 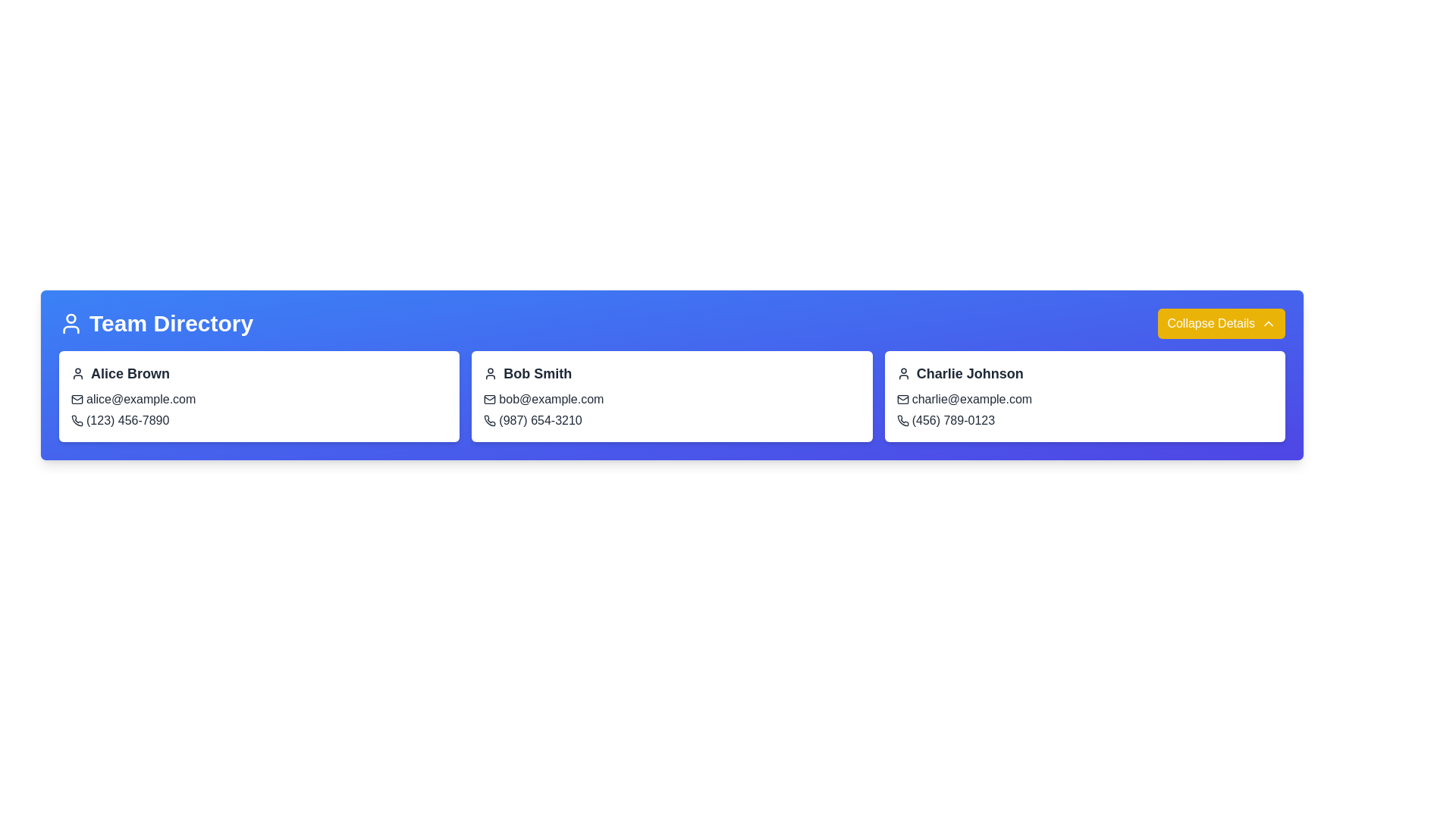 I want to click on the user profile icon, so click(x=71, y=323).